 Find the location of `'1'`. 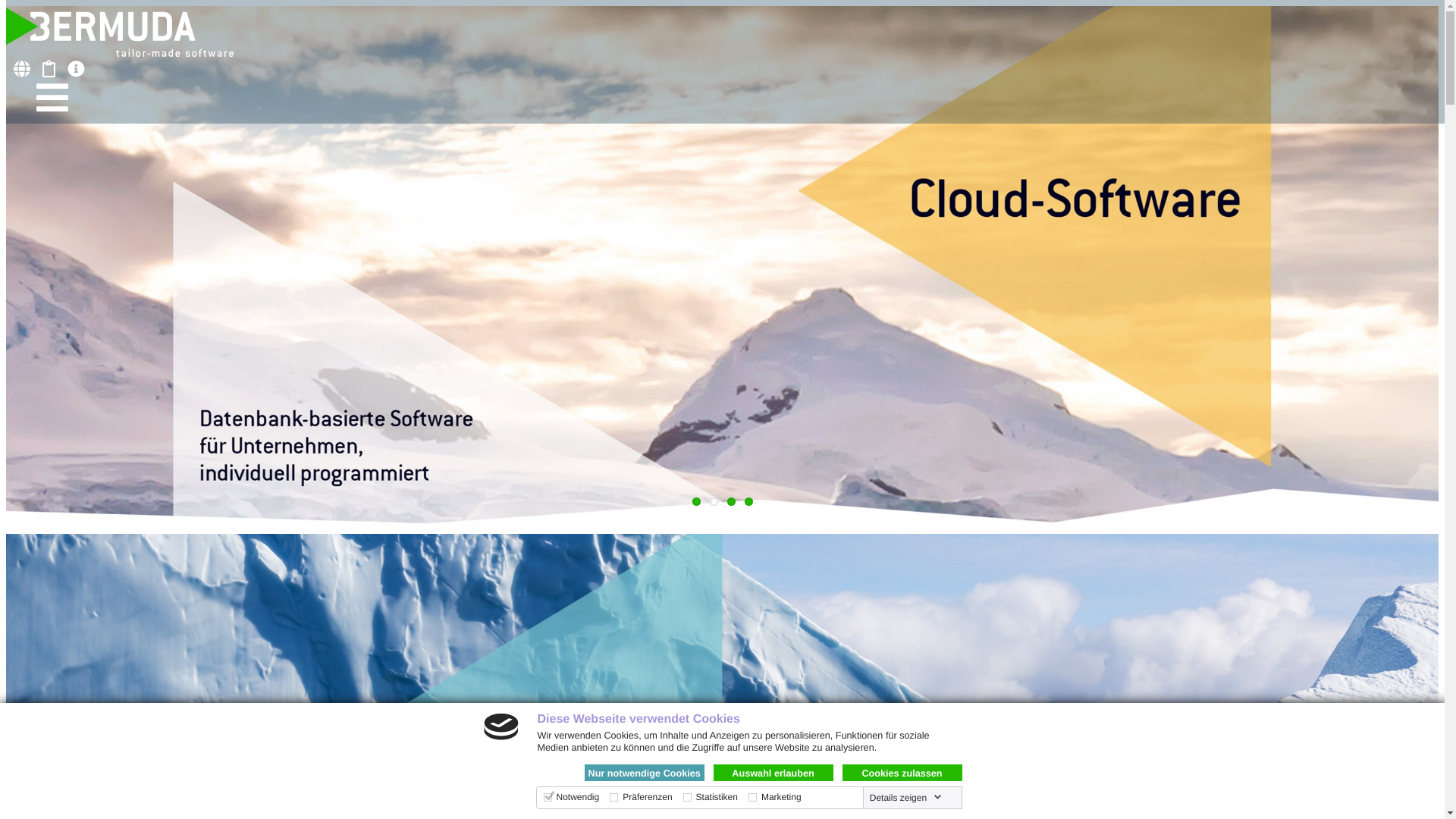

'1' is located at coordinates (695, 501).